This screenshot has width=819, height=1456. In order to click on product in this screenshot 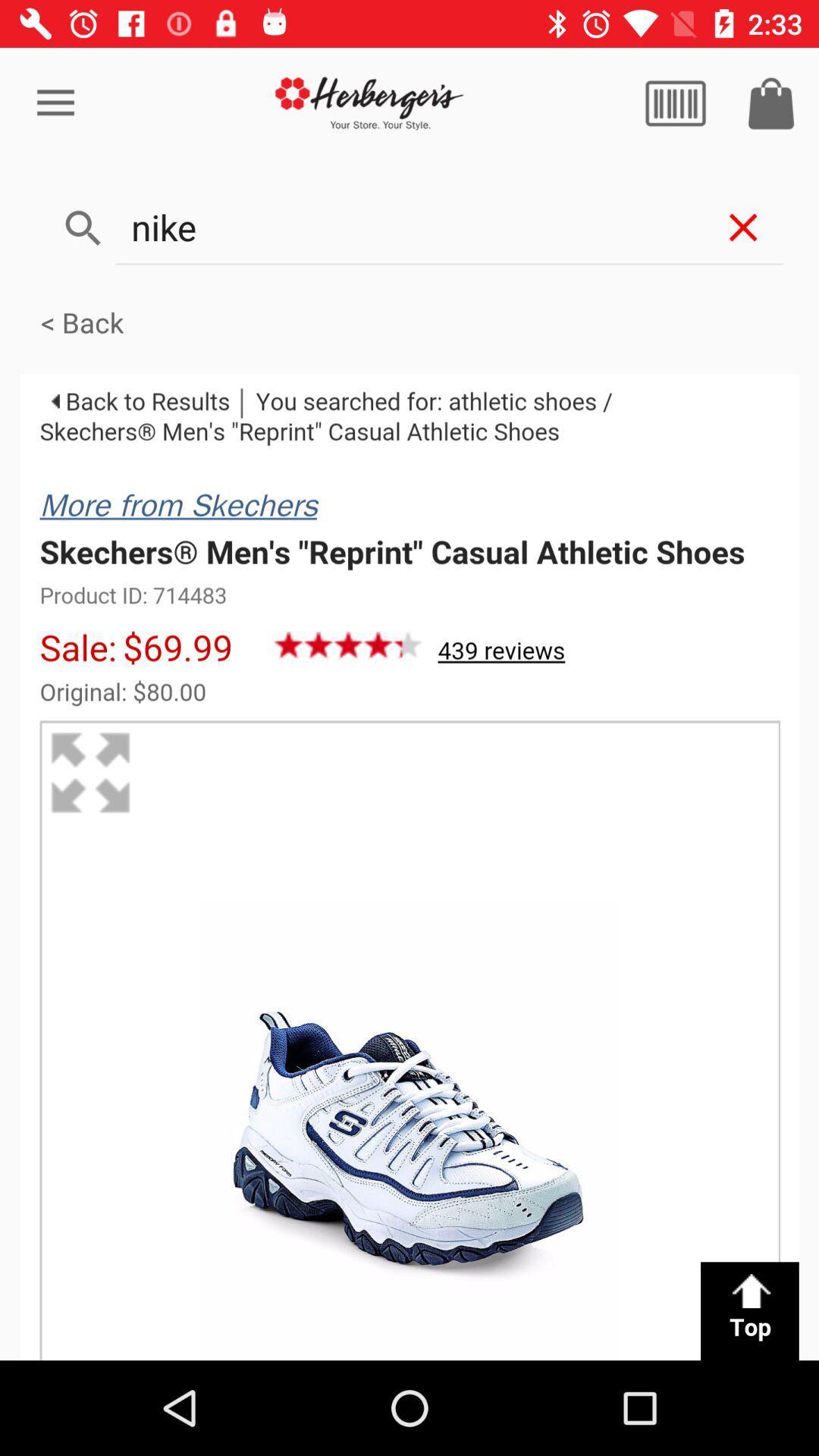, I will do `click(409, 867)`.